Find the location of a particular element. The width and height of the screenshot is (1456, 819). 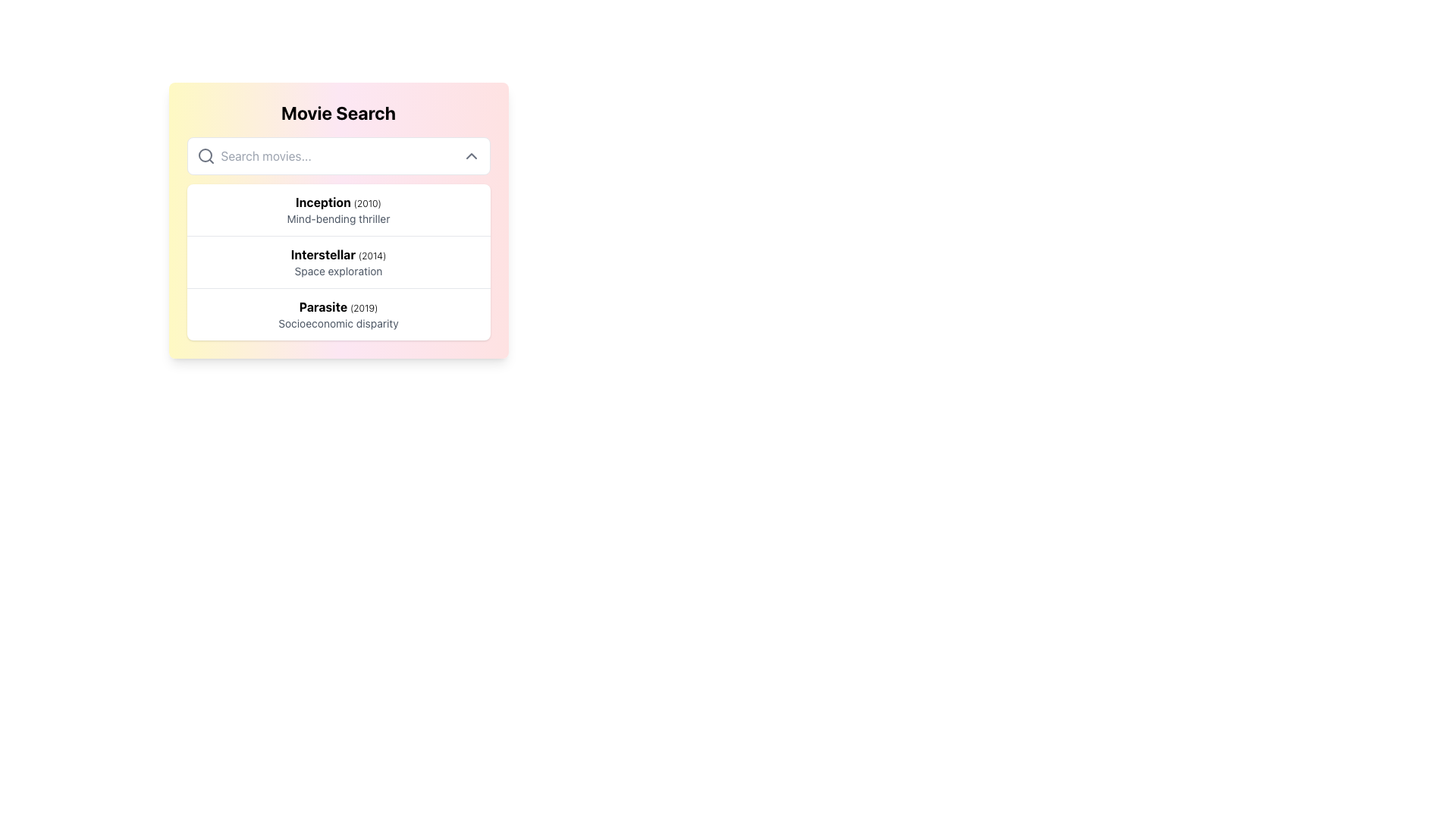

the Text label indicating the title and year of the movie 'Interstellar' in the movie search interface is located at coordinates (337, 253).